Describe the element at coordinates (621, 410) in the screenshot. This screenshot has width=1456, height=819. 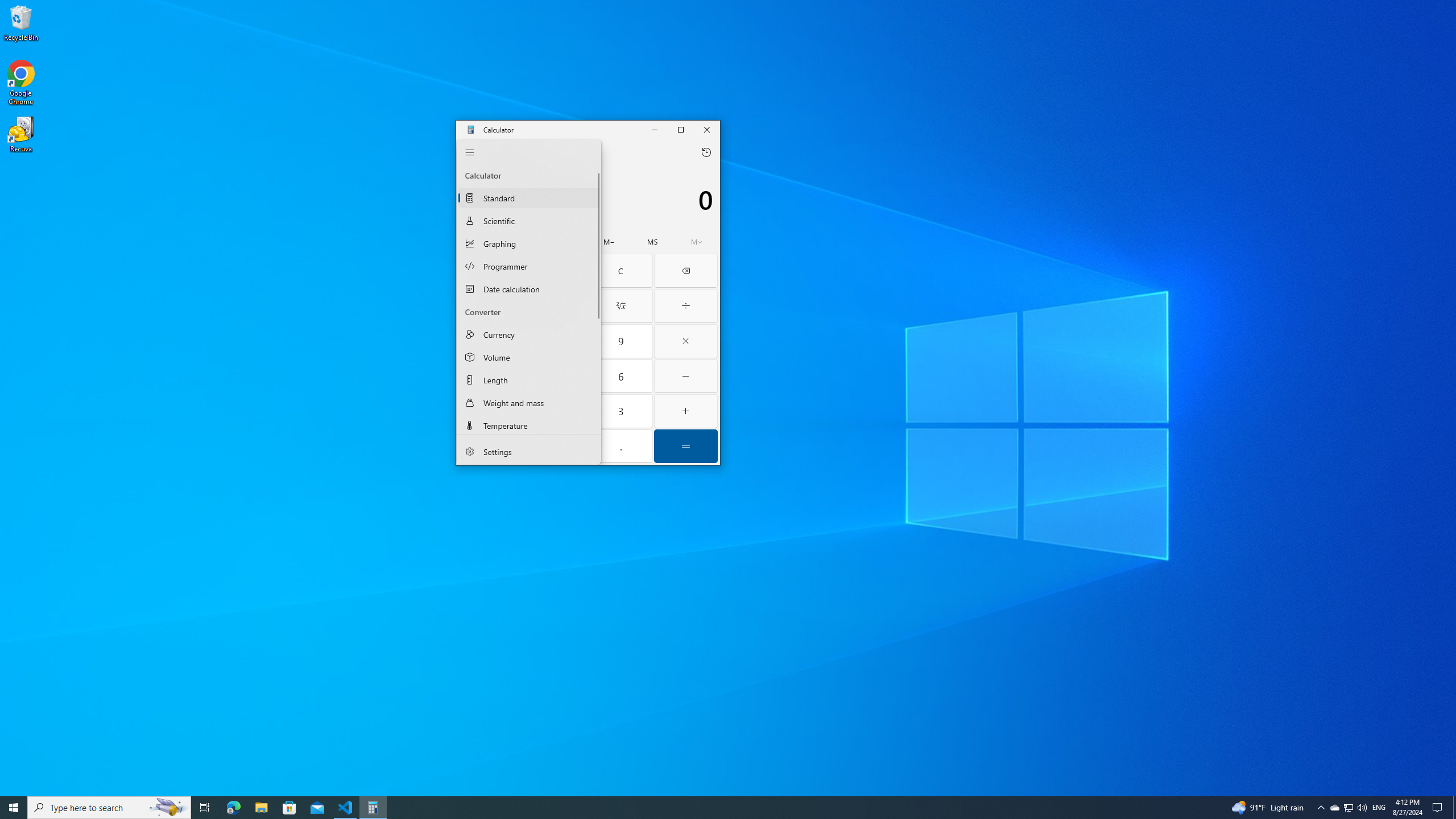
I see `'Three'` at that location.